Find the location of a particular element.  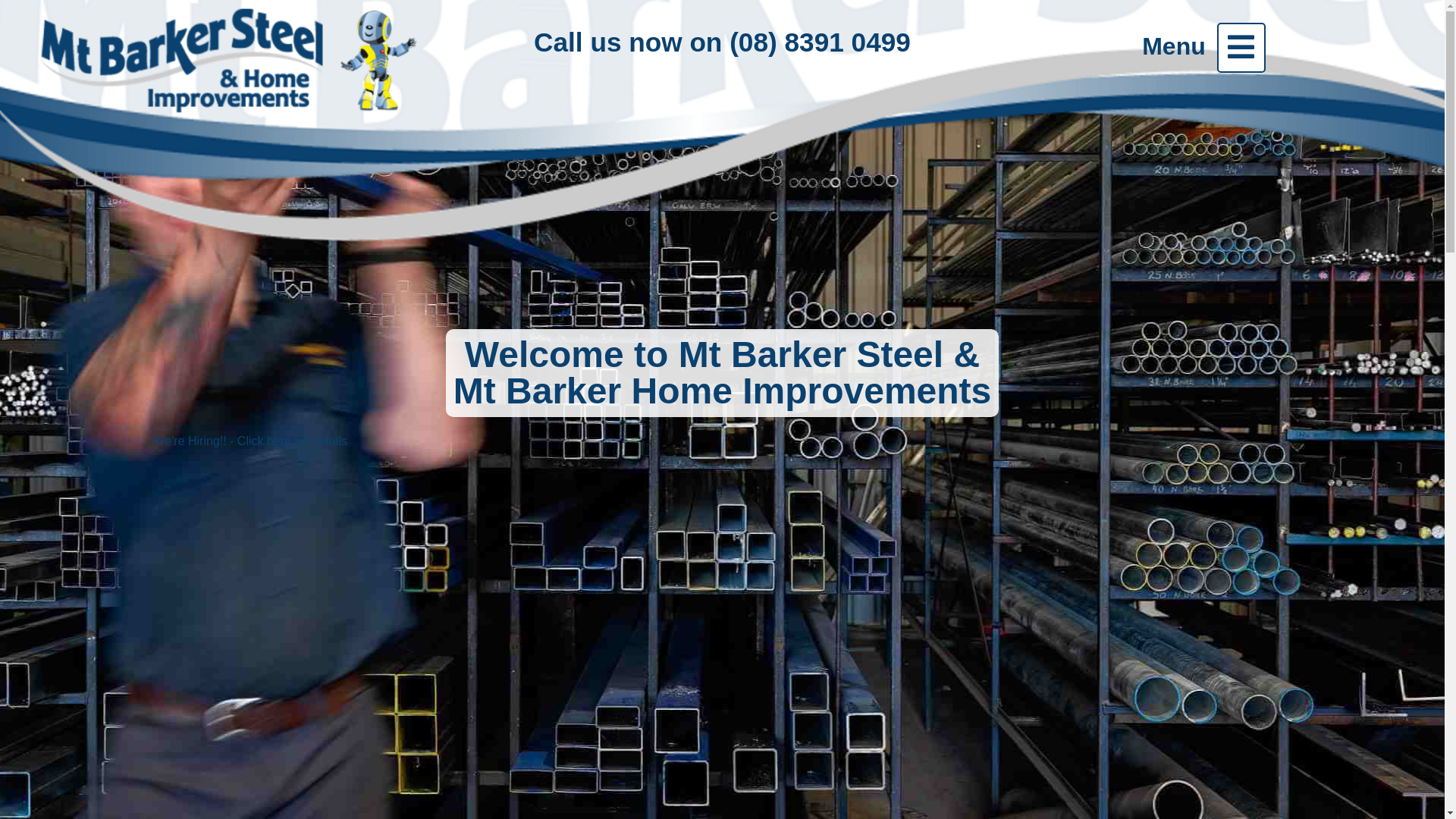

'(08) 8391 0499' is located at coordinates (819, 41).